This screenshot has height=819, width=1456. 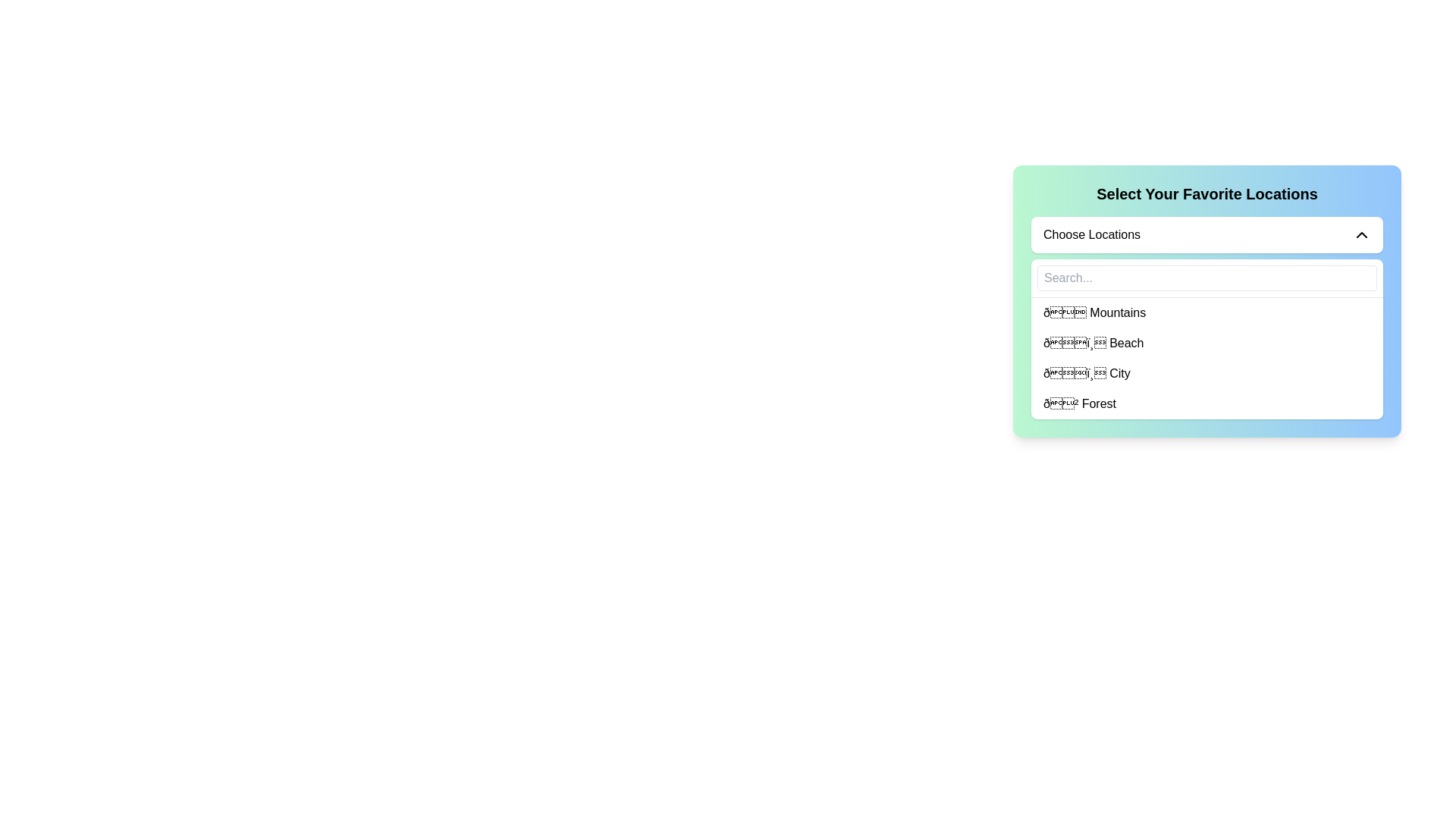 I want to click on the items in the 'Choose Locations' dropdown menu, so click(x=1207, y=317).